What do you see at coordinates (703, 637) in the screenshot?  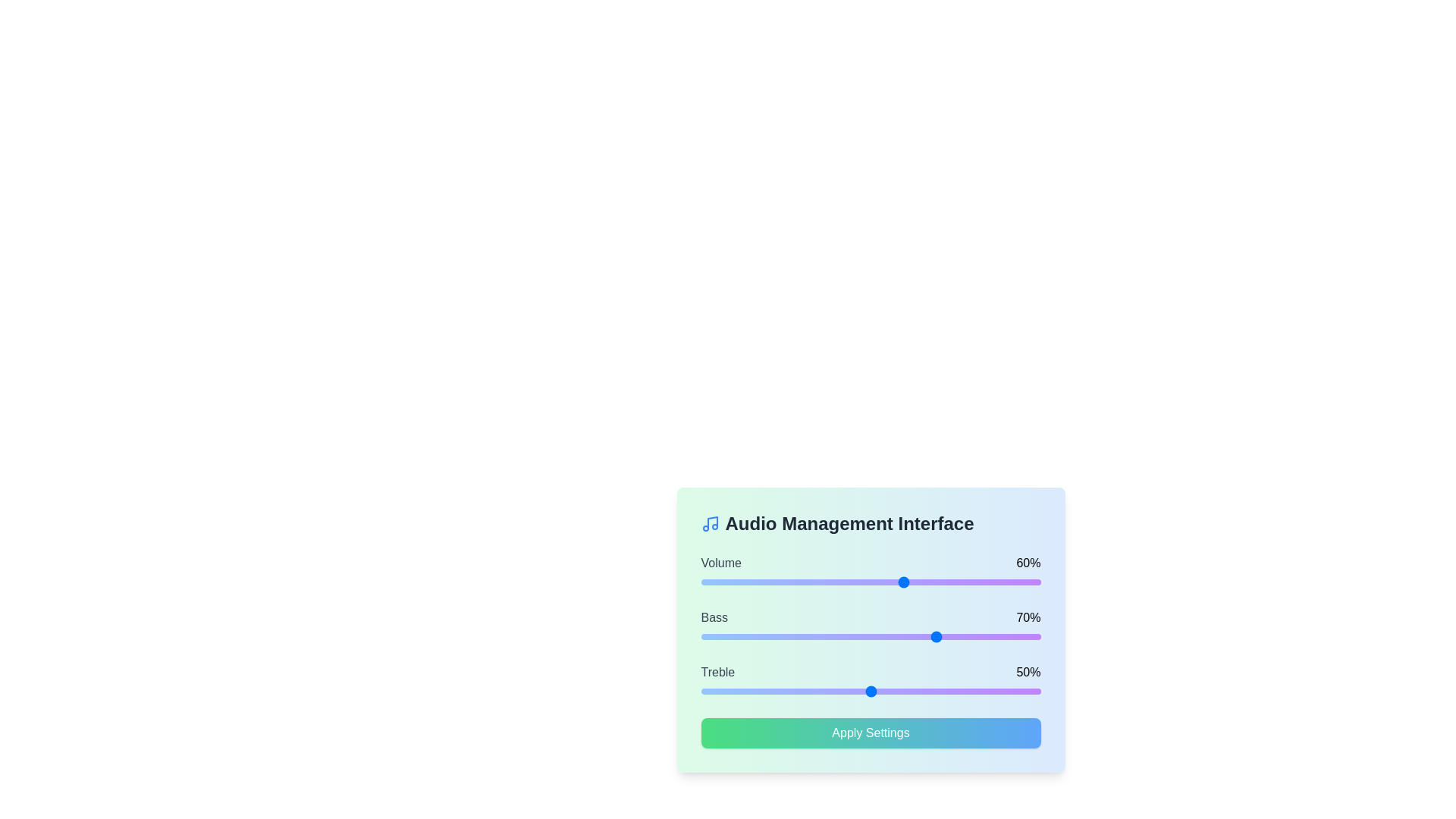 I see `the bass level` at bounding box center [703, 637].